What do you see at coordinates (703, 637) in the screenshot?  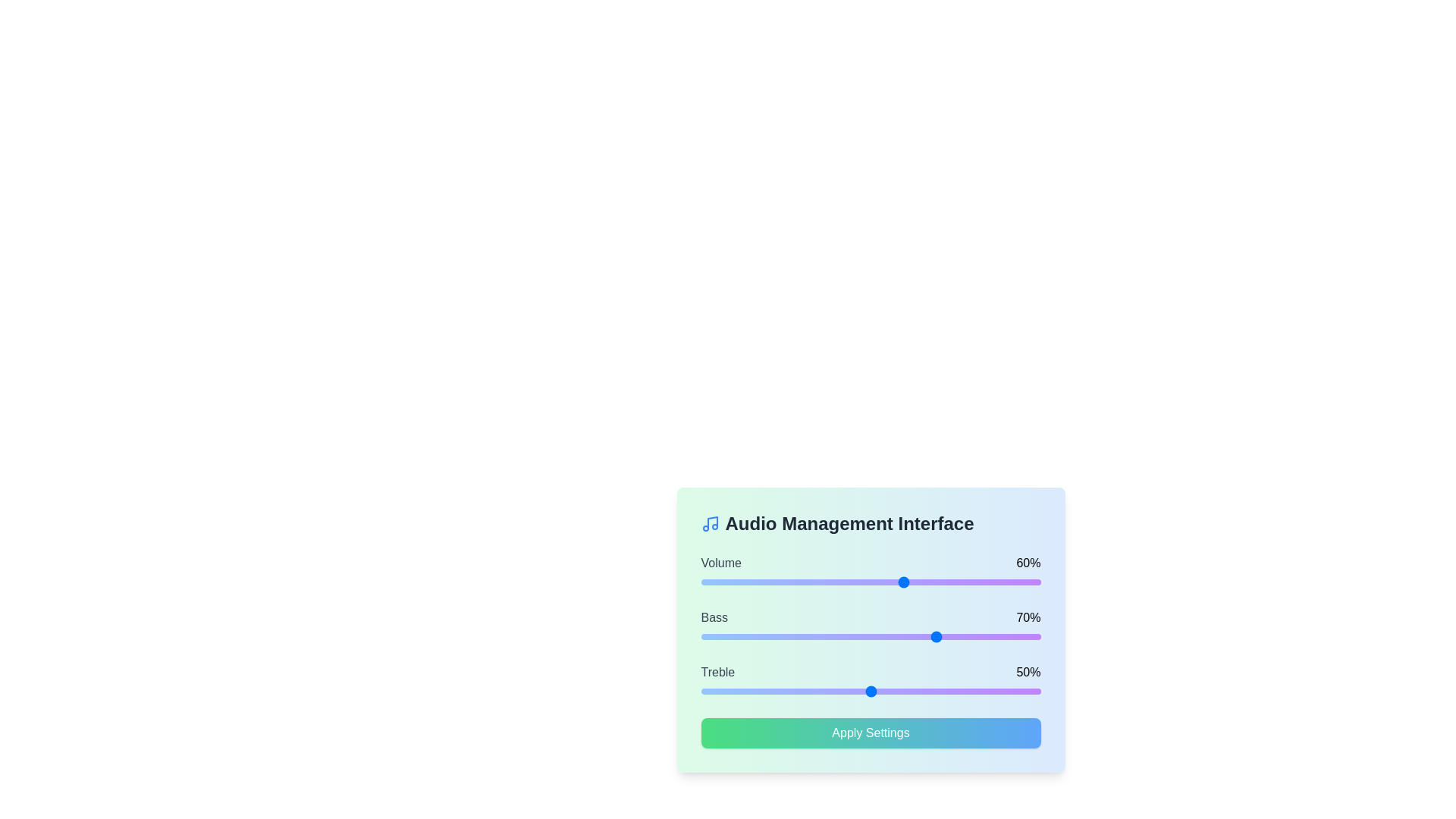 I see `the bass level` at bounding box center [703, 637].